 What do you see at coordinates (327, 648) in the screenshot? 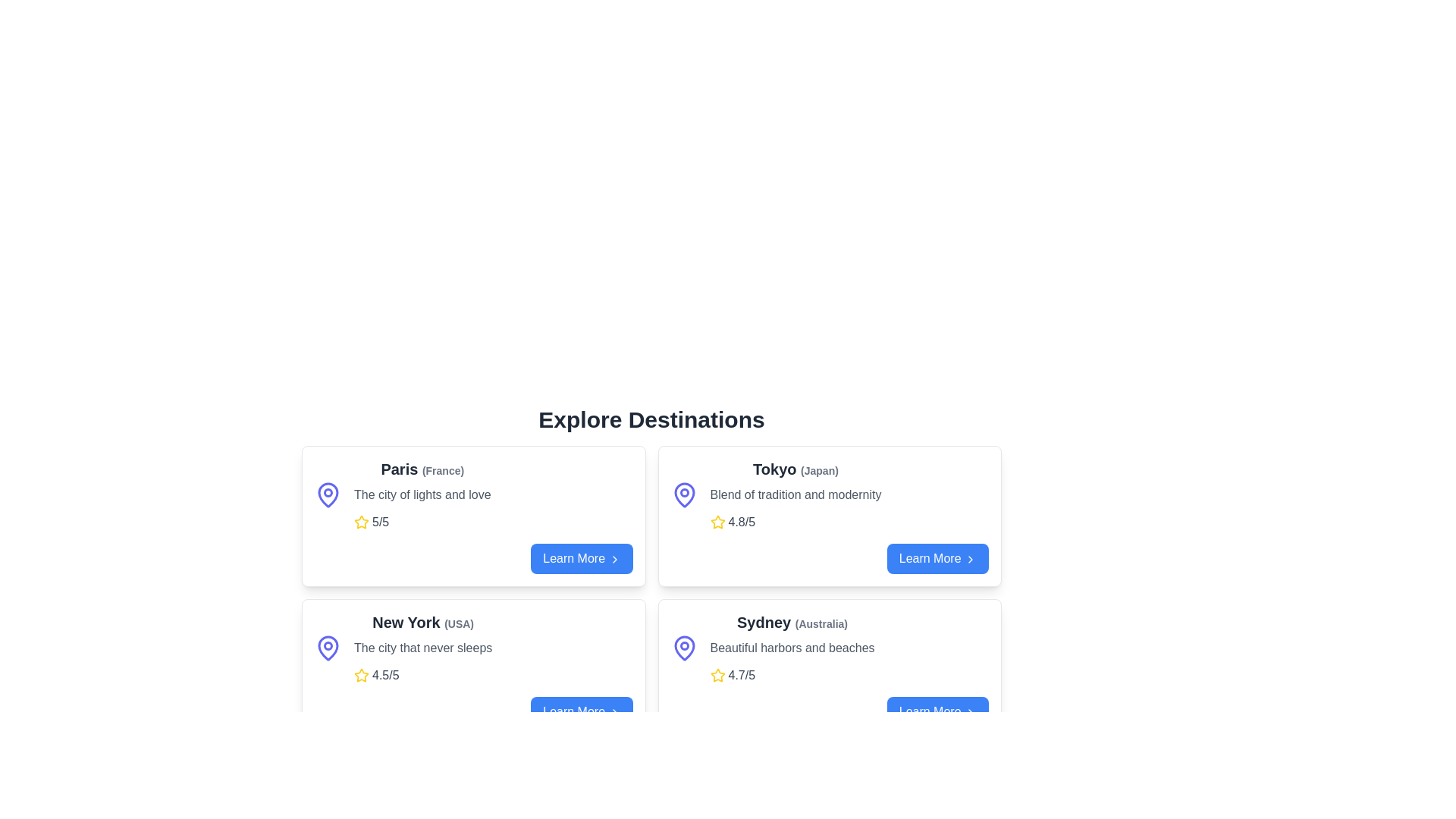
I see `the map pin icon, which is styled in indigo and located within the 'New York (USA)' card in the upper-left corner, adjacent to the location labels` at bounding box center [327, 648].